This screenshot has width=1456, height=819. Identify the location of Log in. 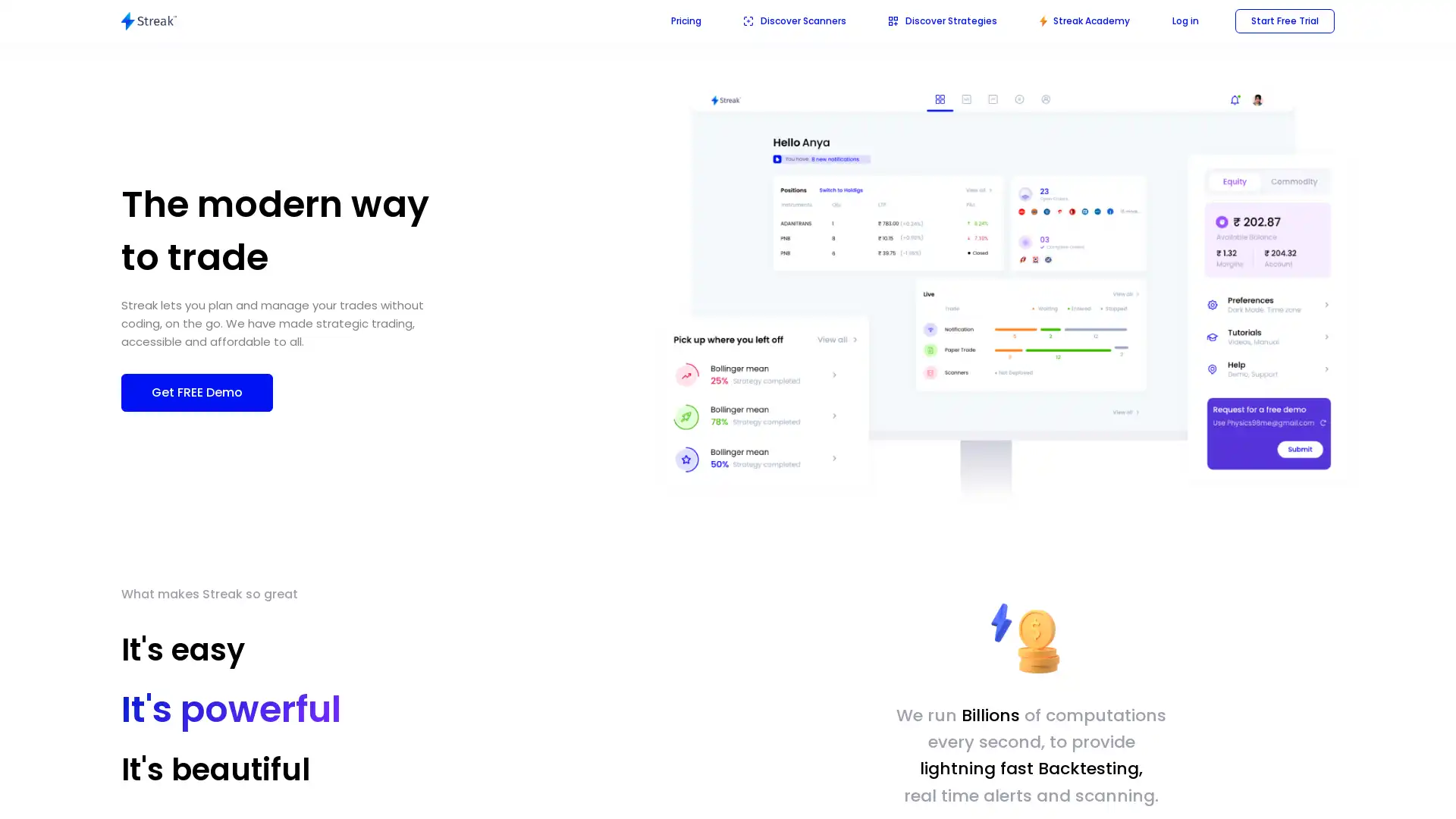
(1185, 20).